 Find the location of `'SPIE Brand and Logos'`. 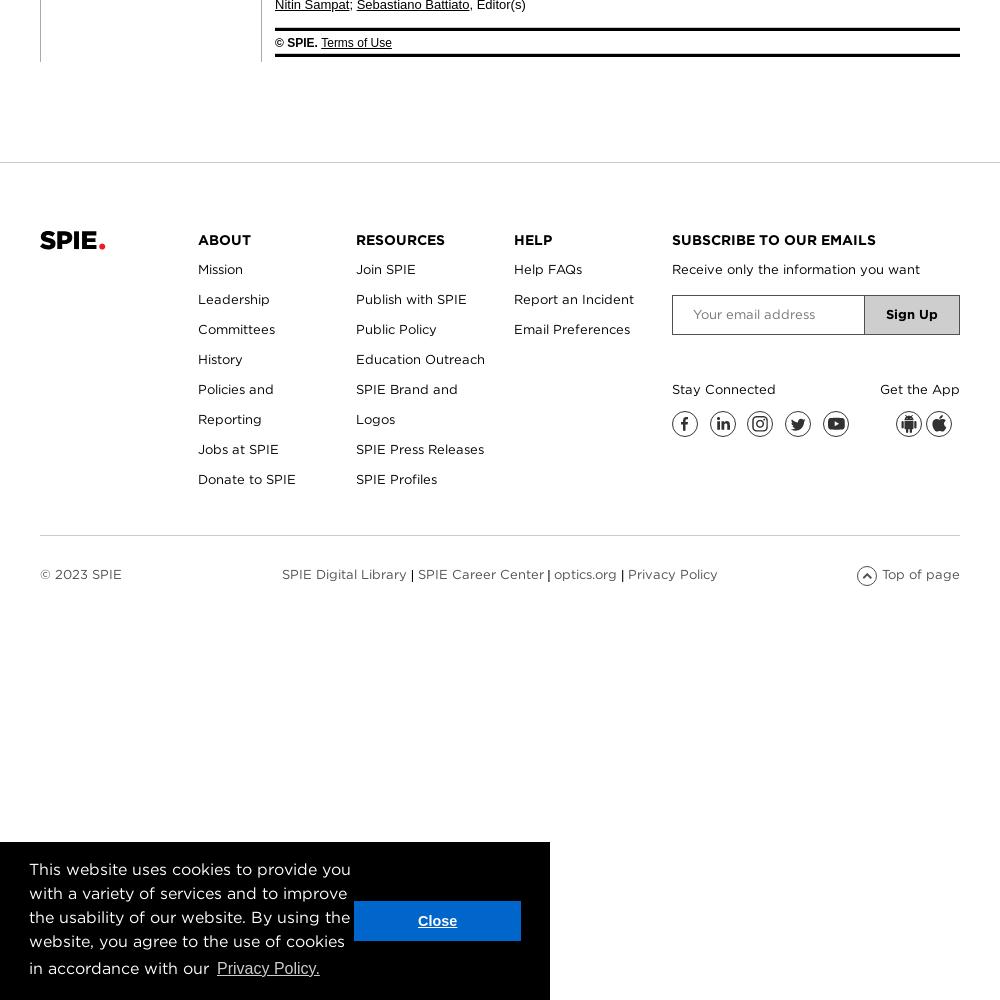

'SPIE Brand and Logos' is located at coordinates (355, 403).